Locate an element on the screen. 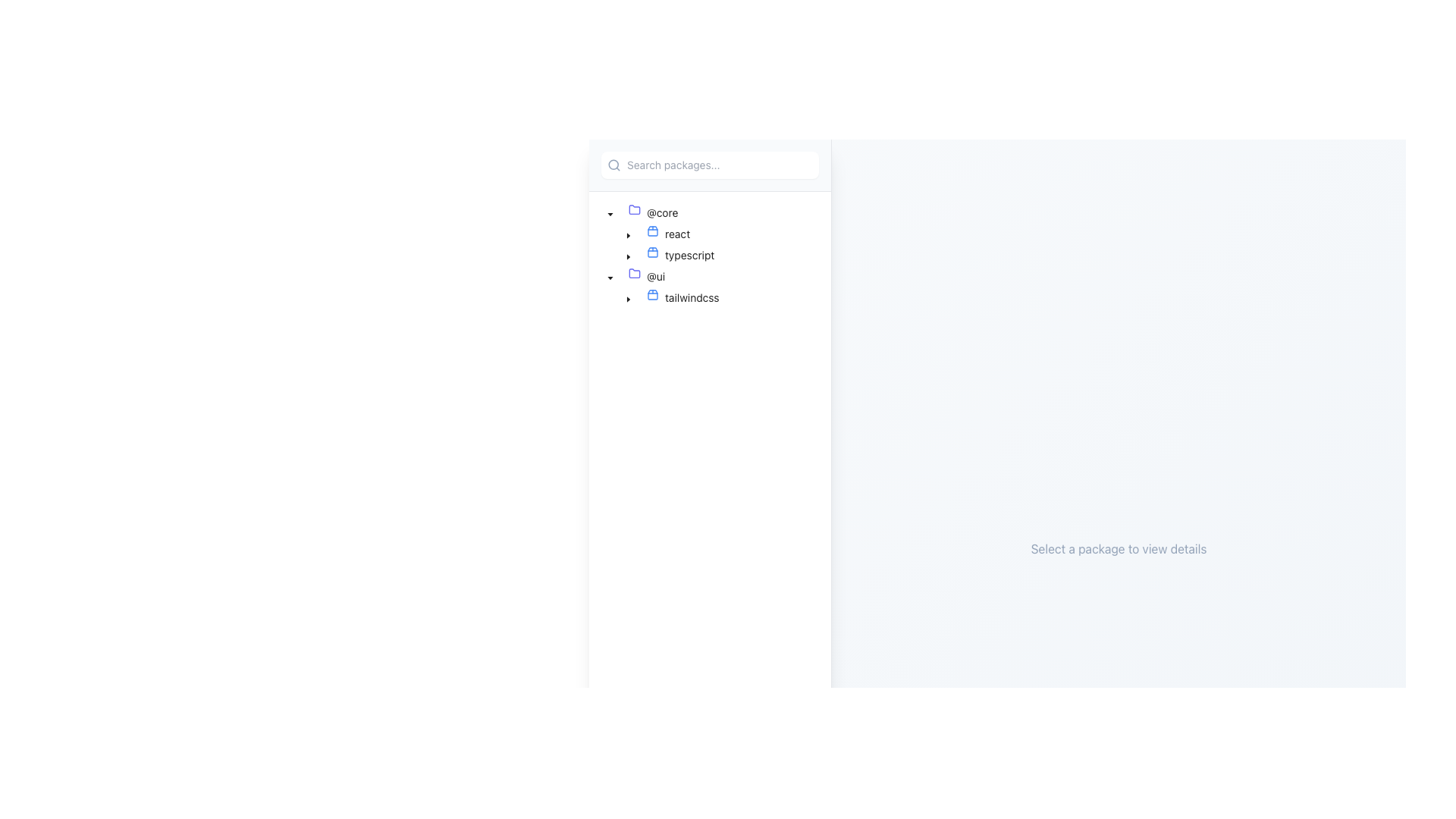  the blue outlined package-like icon located to the left of the 'tailwindcss' label is located at coordinates (652, 295).